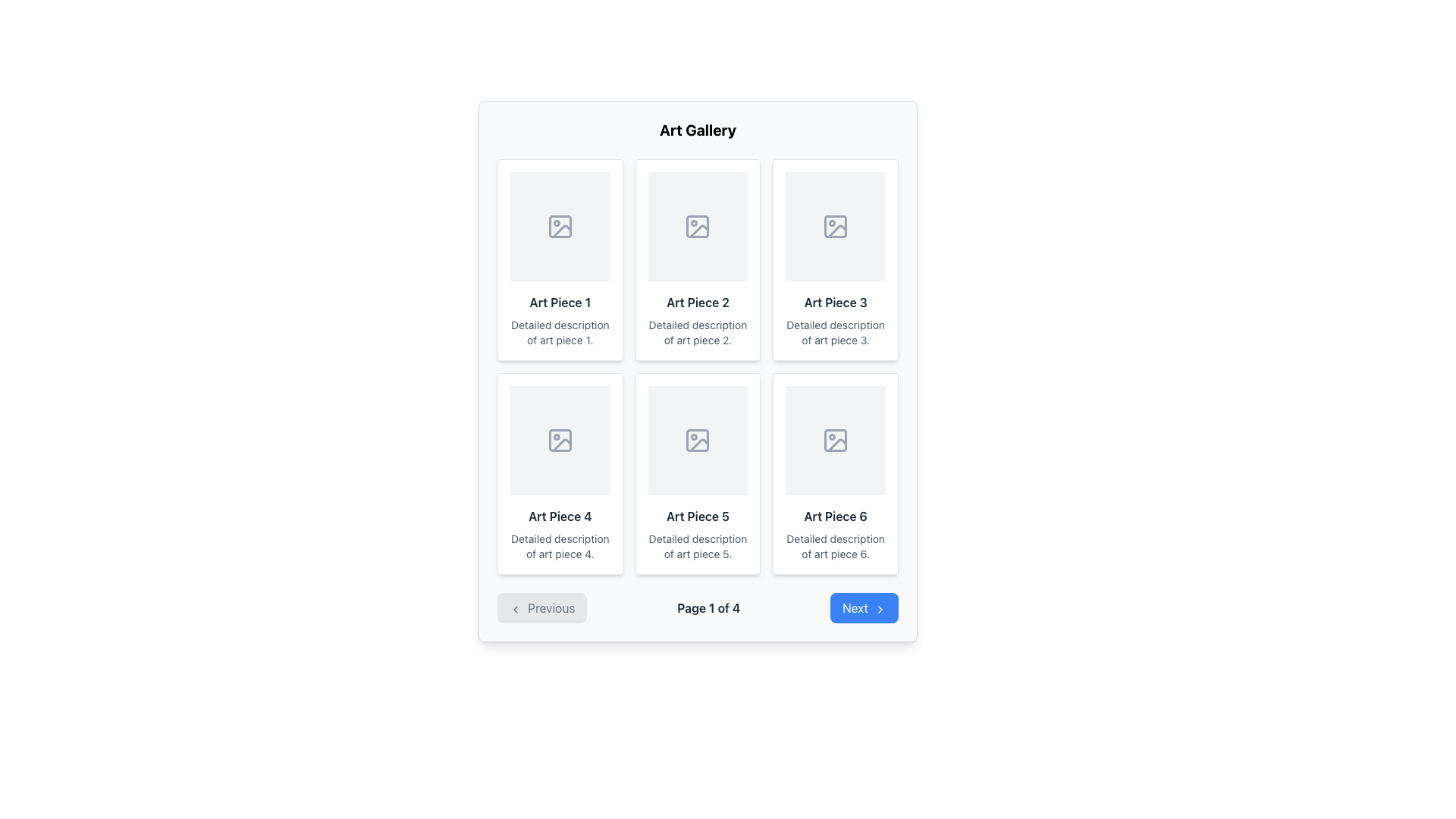 The image size is (1456, 819). Describe the element at coordinates (835, 227) in the screenshot. I see `the picture frame icon with a mountain and sun inside, located in the top right of the gallery grid for 'Art Piece 3'` at that location.